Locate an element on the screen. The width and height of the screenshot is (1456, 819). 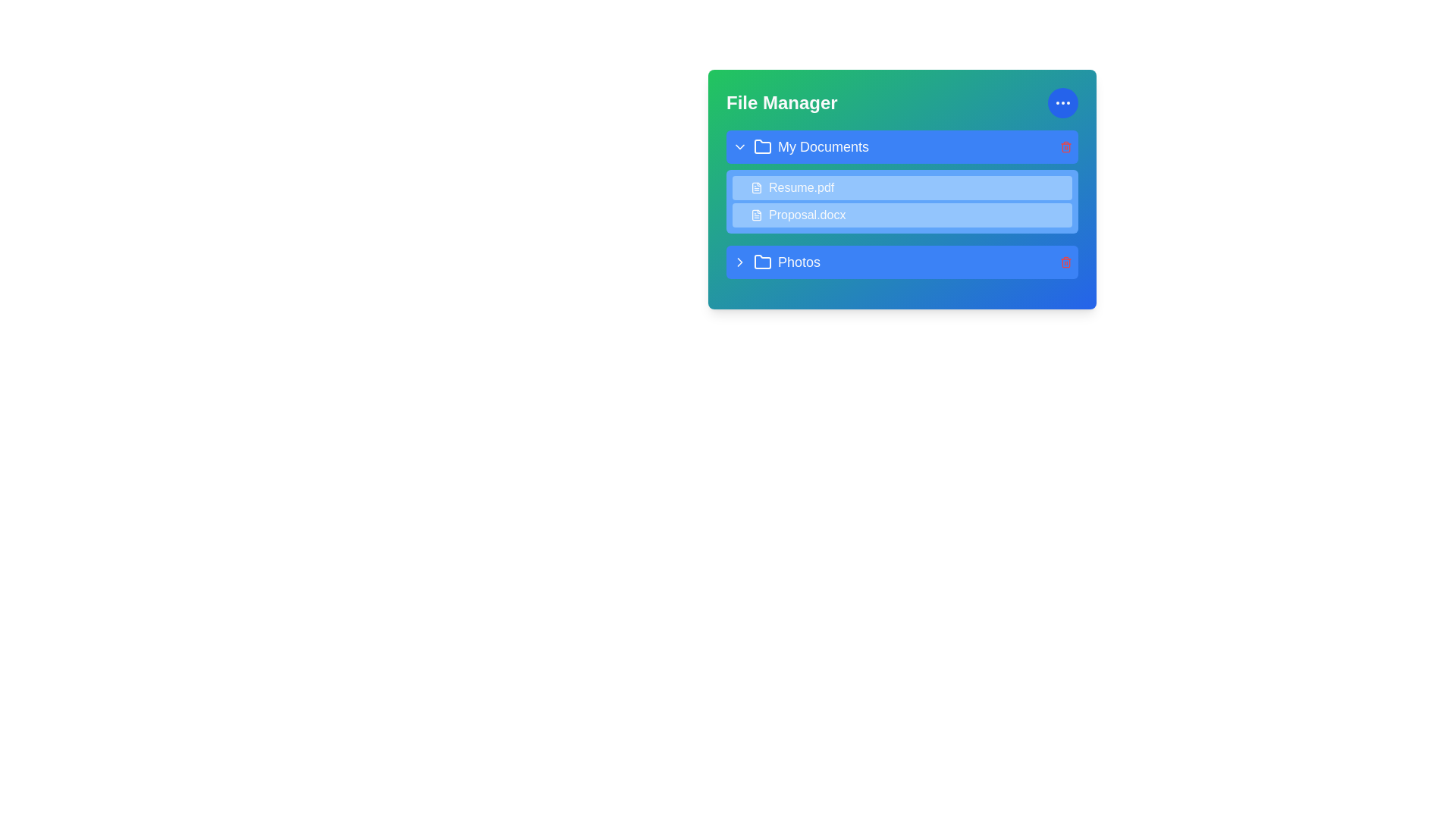
the 'My Documents' label which is styled in a large font and accompanied by a folder icon, located in the first row of the file manager's main panel is located at coordinates (800, 146).